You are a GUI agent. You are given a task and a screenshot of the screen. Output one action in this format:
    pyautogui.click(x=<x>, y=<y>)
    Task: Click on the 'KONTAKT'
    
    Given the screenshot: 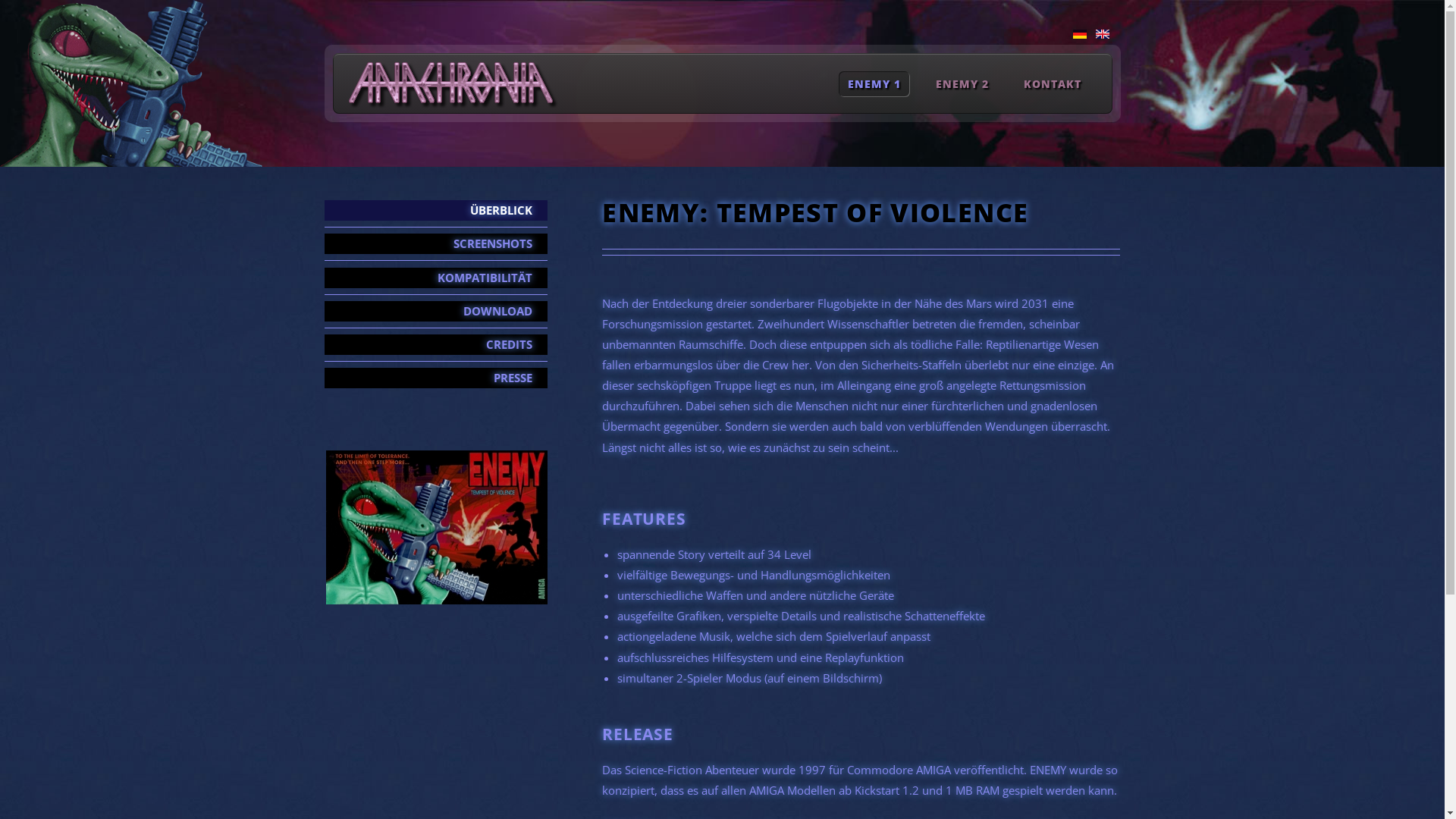 What is the action you would take?
    pyautogui.click(x=1052, y=83)
    